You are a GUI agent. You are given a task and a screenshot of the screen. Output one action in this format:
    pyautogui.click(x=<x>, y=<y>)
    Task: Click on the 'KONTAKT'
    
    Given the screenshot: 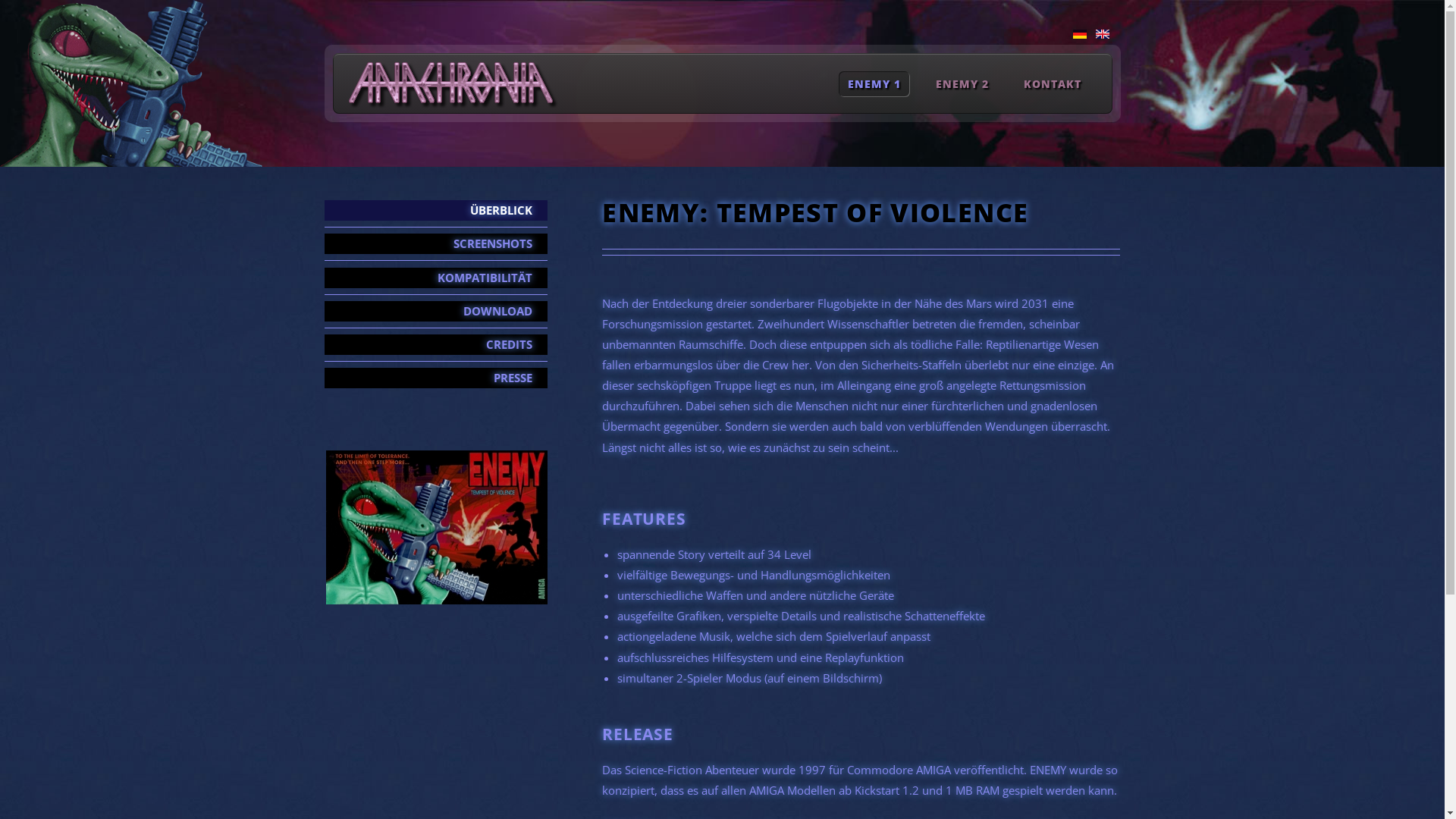 What is the action you would take?
    pyautogui.click(x=1052, y=83)
    